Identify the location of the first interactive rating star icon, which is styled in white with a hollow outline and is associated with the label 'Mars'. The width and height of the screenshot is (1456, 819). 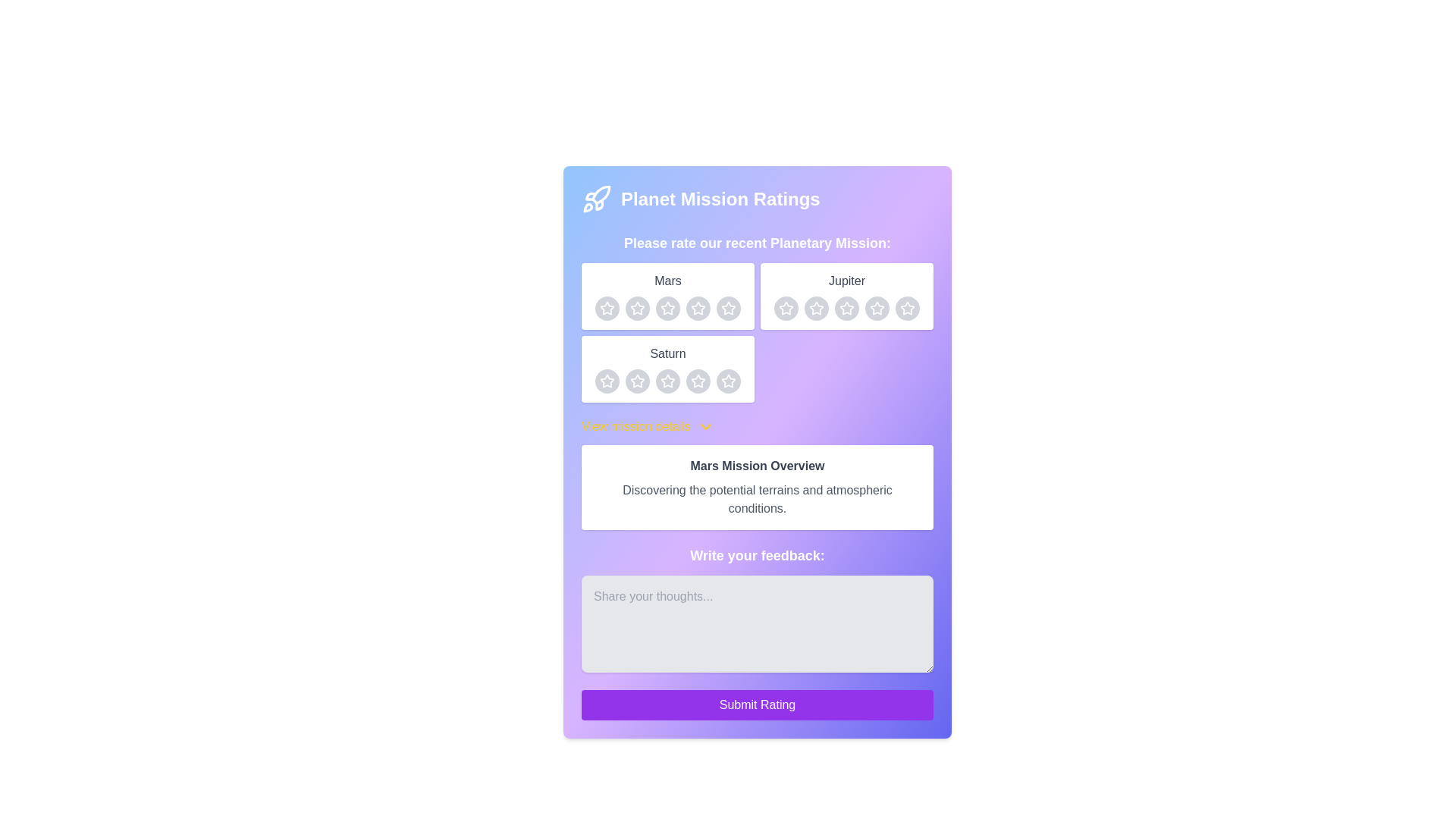
(637, 308).